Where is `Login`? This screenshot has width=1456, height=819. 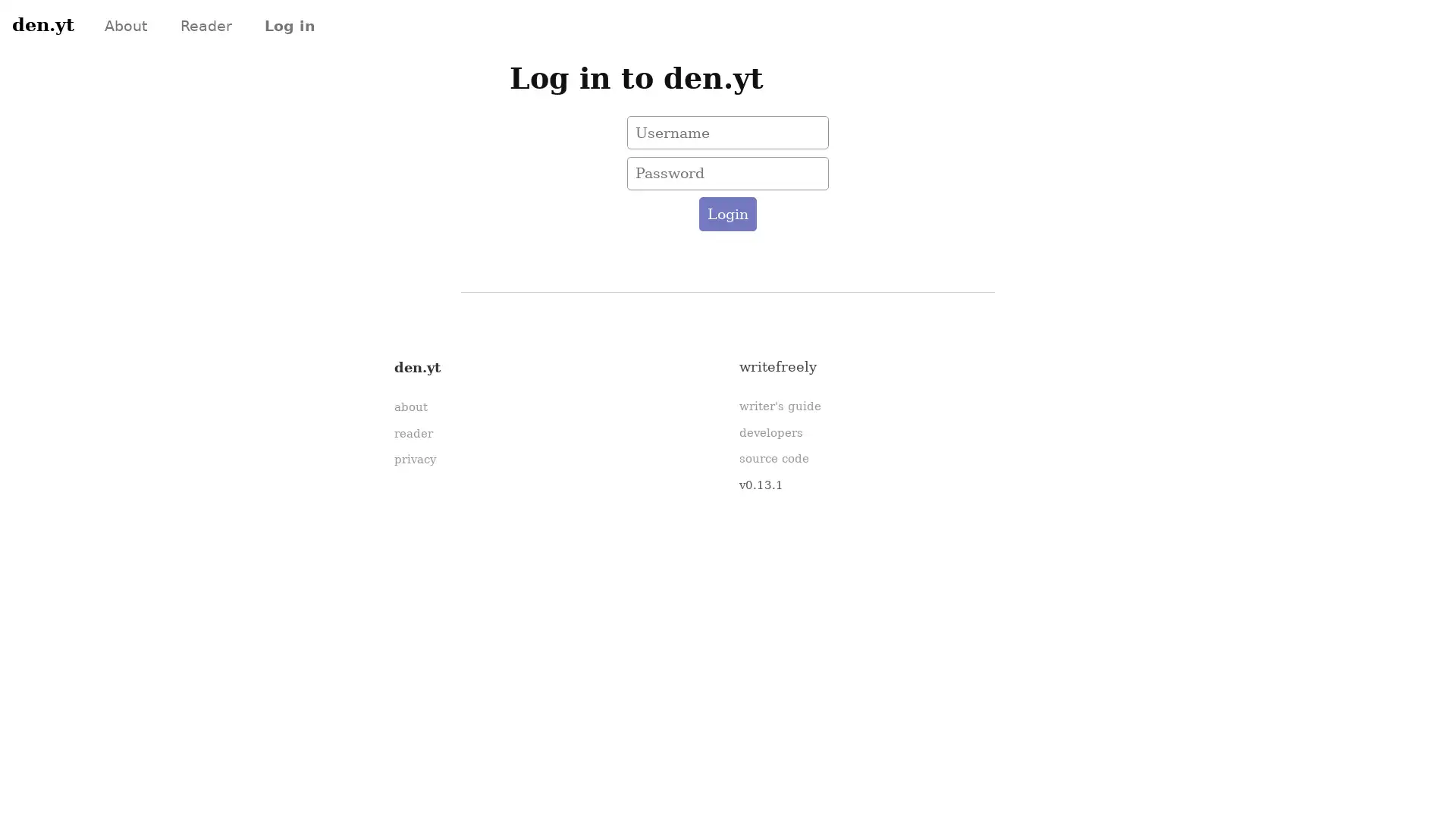 Login is located at coordinates (726, 213).